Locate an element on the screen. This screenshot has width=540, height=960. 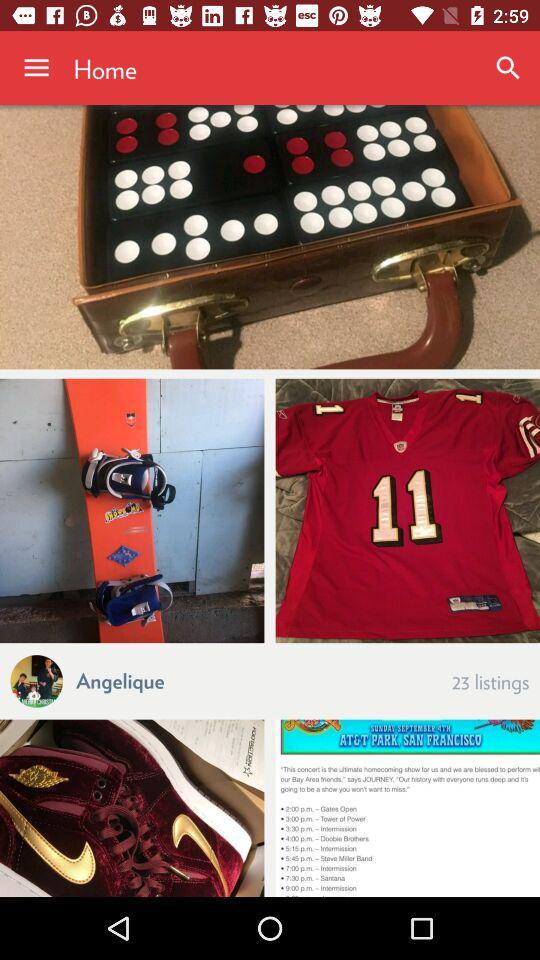
angelique item is located at coordinates (120, 679).